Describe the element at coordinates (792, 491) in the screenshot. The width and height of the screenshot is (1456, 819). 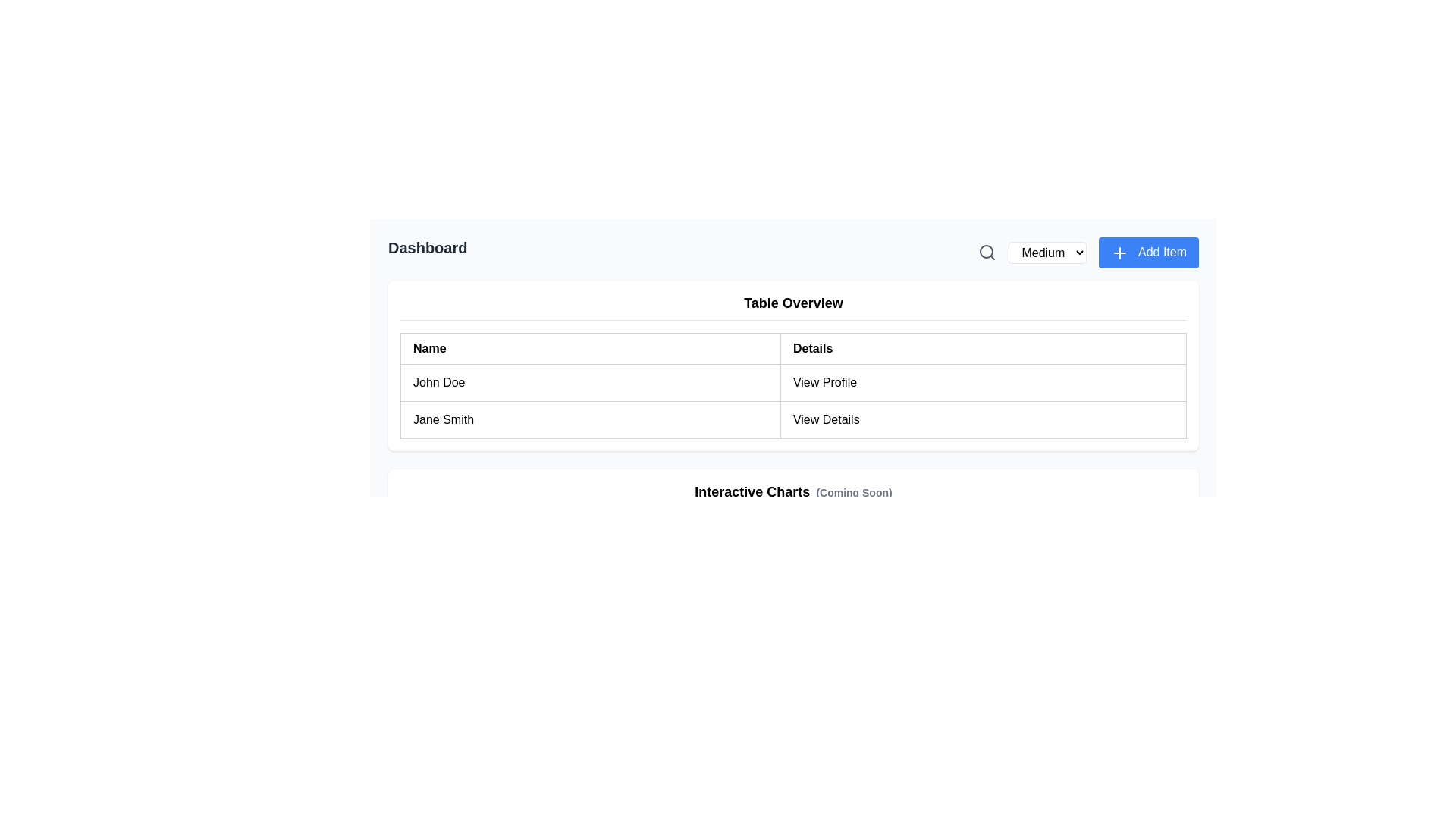
I see `the text label that serves as a title or placeholder for an upcoming feature, located at the bottom of the card within the interface` at that location.